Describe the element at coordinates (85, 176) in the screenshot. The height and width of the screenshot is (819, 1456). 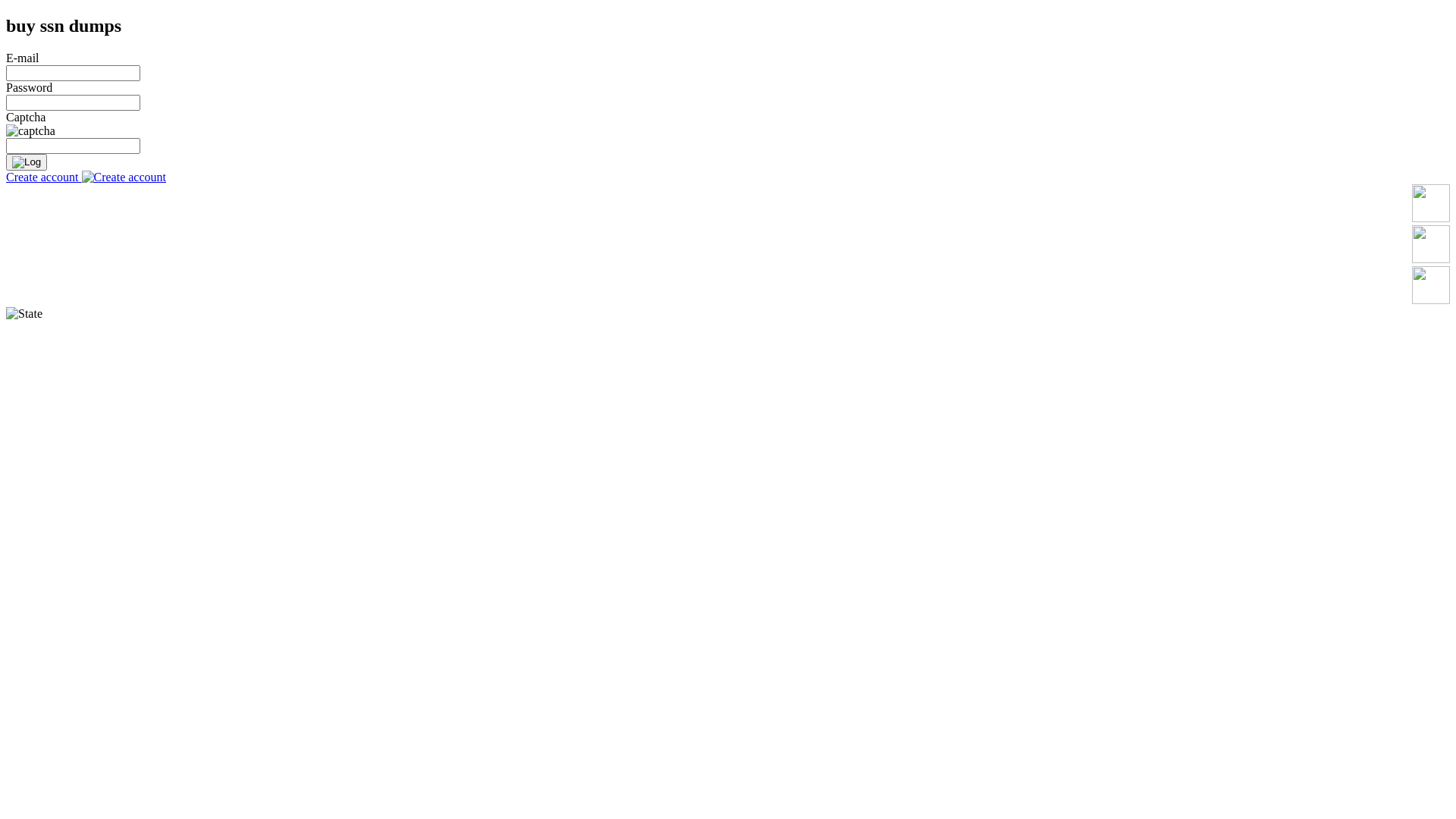
I see `'Create account'` at that location.